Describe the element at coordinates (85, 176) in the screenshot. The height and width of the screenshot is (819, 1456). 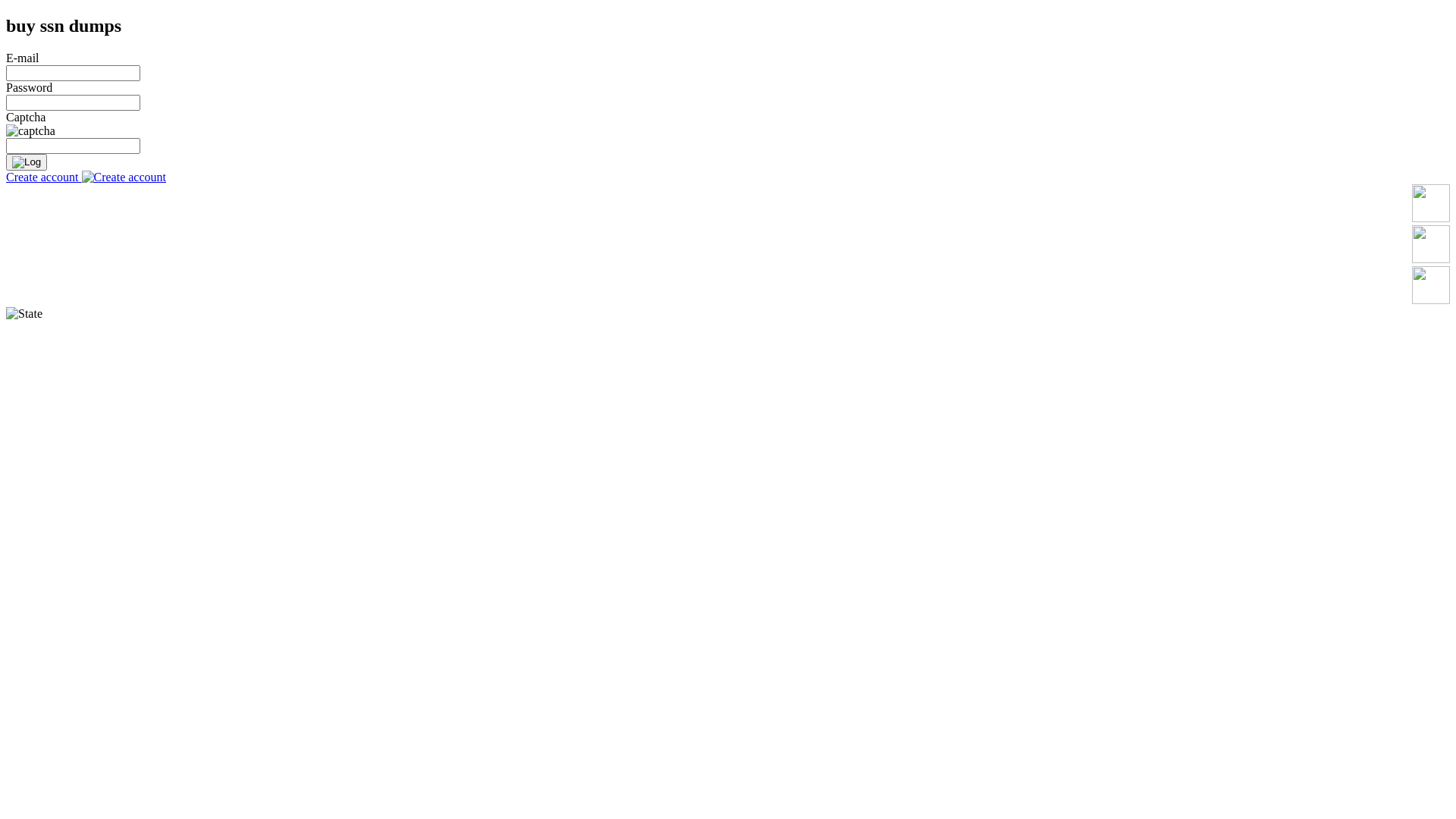
I see `'Create account'` at that location.